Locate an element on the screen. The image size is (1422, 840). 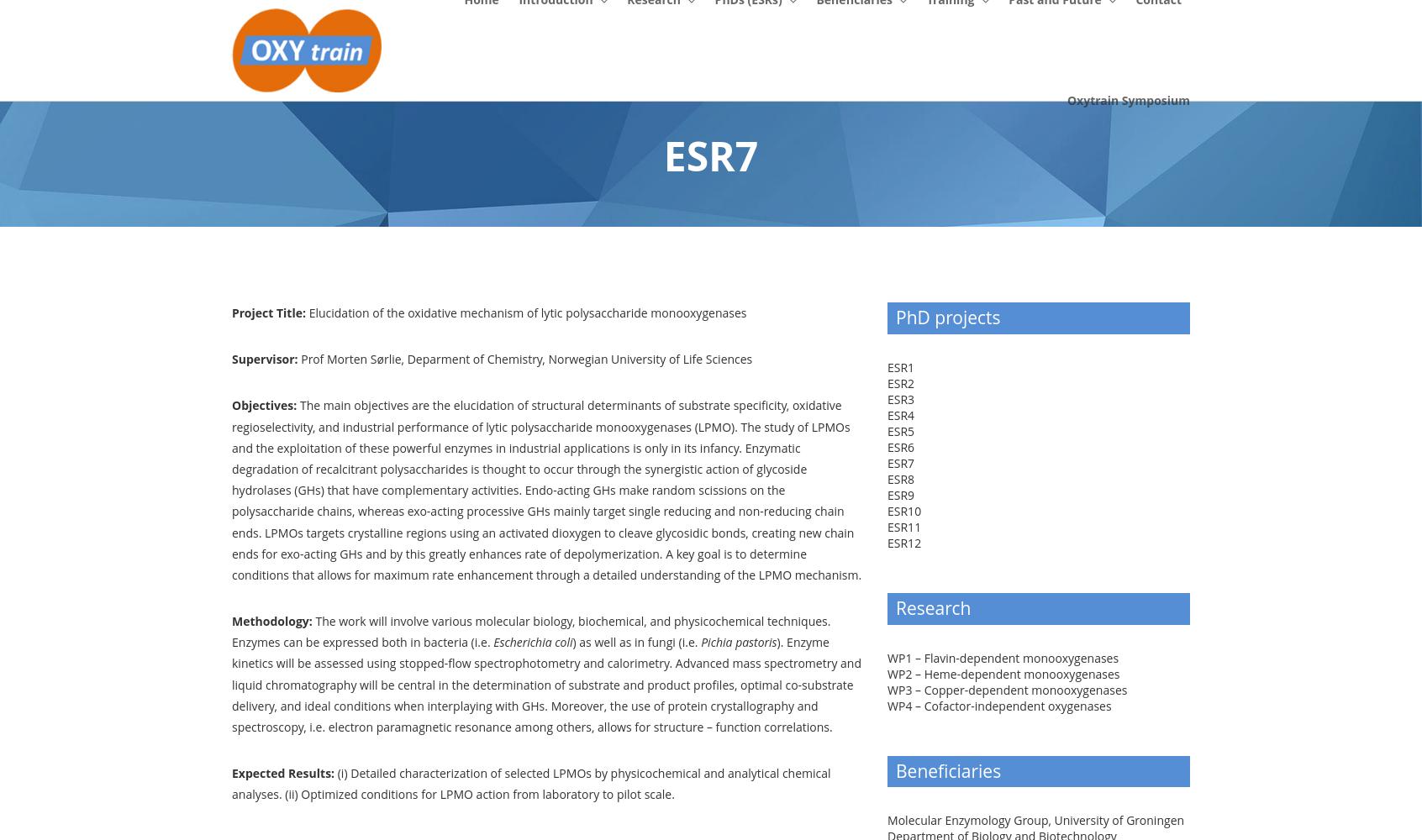
'ESR1' is located at coordinates (886, 366).